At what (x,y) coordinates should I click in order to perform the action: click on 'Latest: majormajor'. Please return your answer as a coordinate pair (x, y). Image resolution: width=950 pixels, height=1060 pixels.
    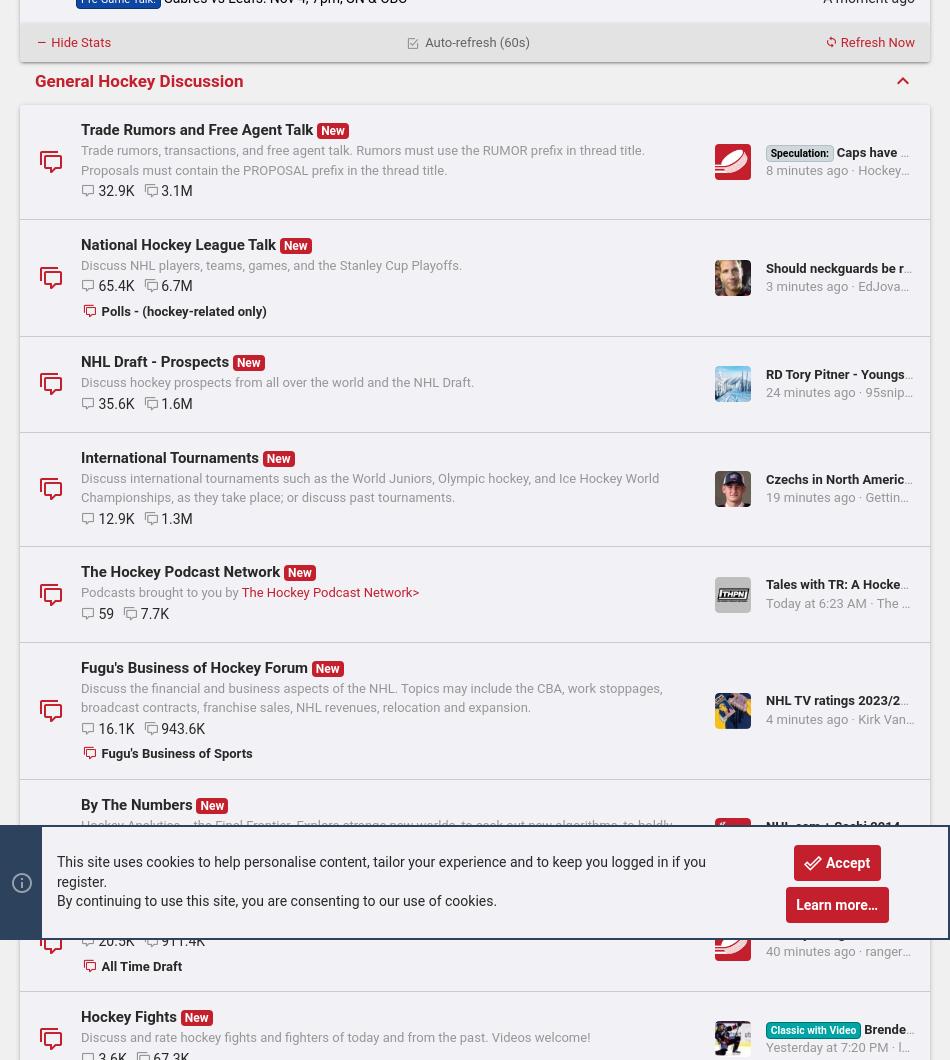
    Looking at the image, I should click on (710, 636).